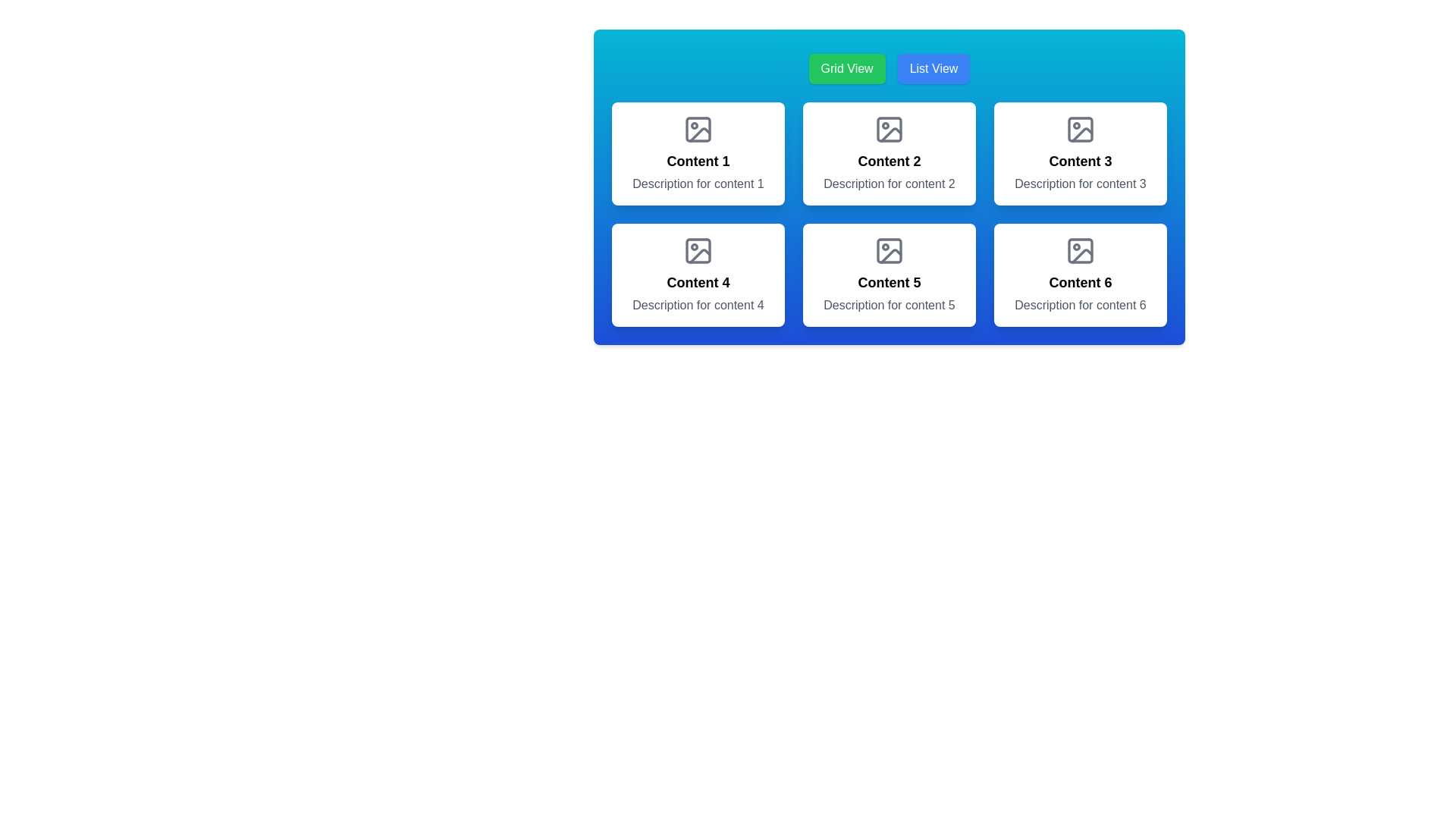 Image resolution: width=1456 pixels, height=819 pixels. Describe the element at coordinates (698, 184) in the screenshot. I see `the Text block that provides a brief description for the 'Content 1' section, located below the 'Content 1' heading` at that location.